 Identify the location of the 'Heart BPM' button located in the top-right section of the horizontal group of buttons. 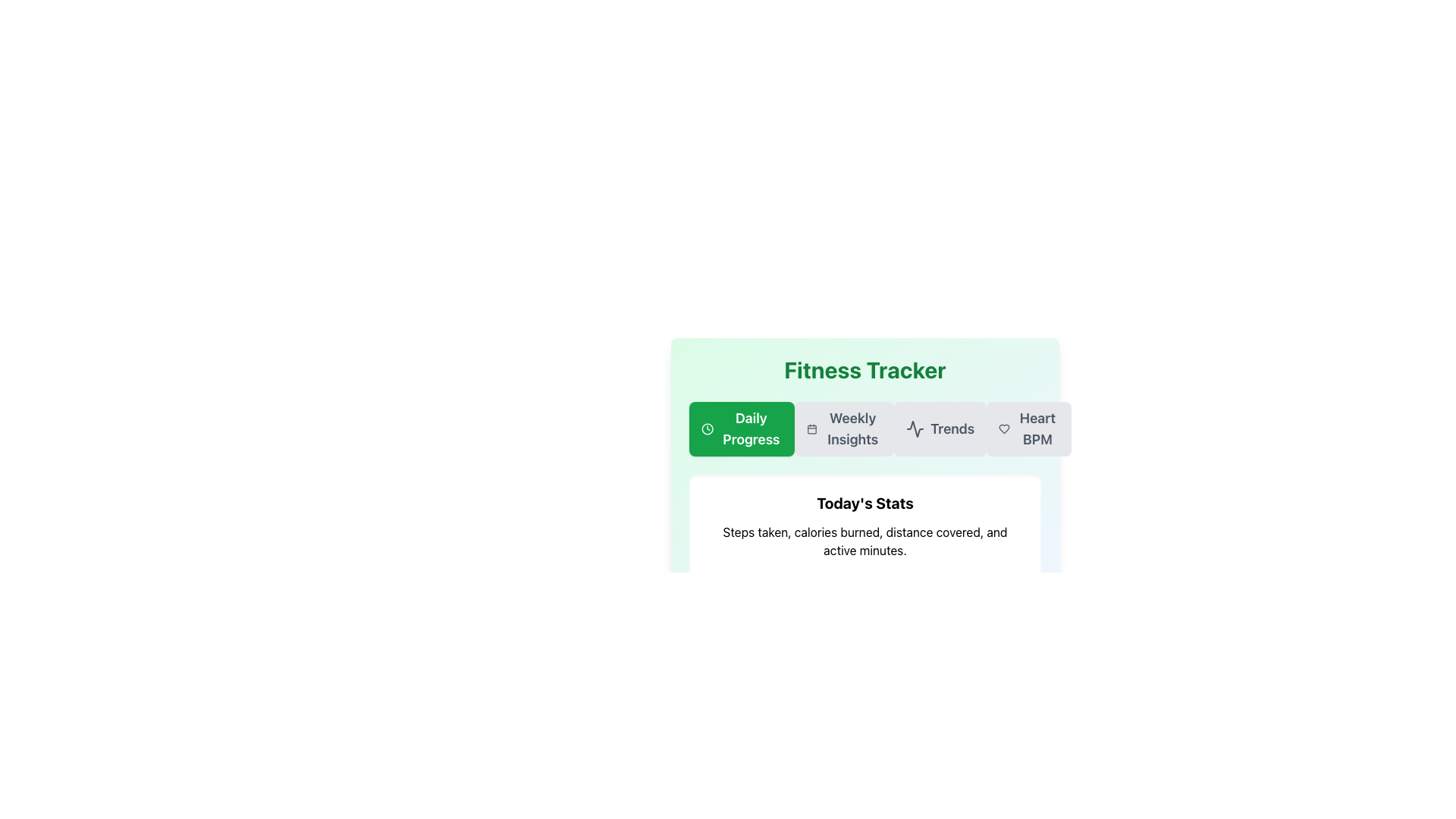
(1028, 429).